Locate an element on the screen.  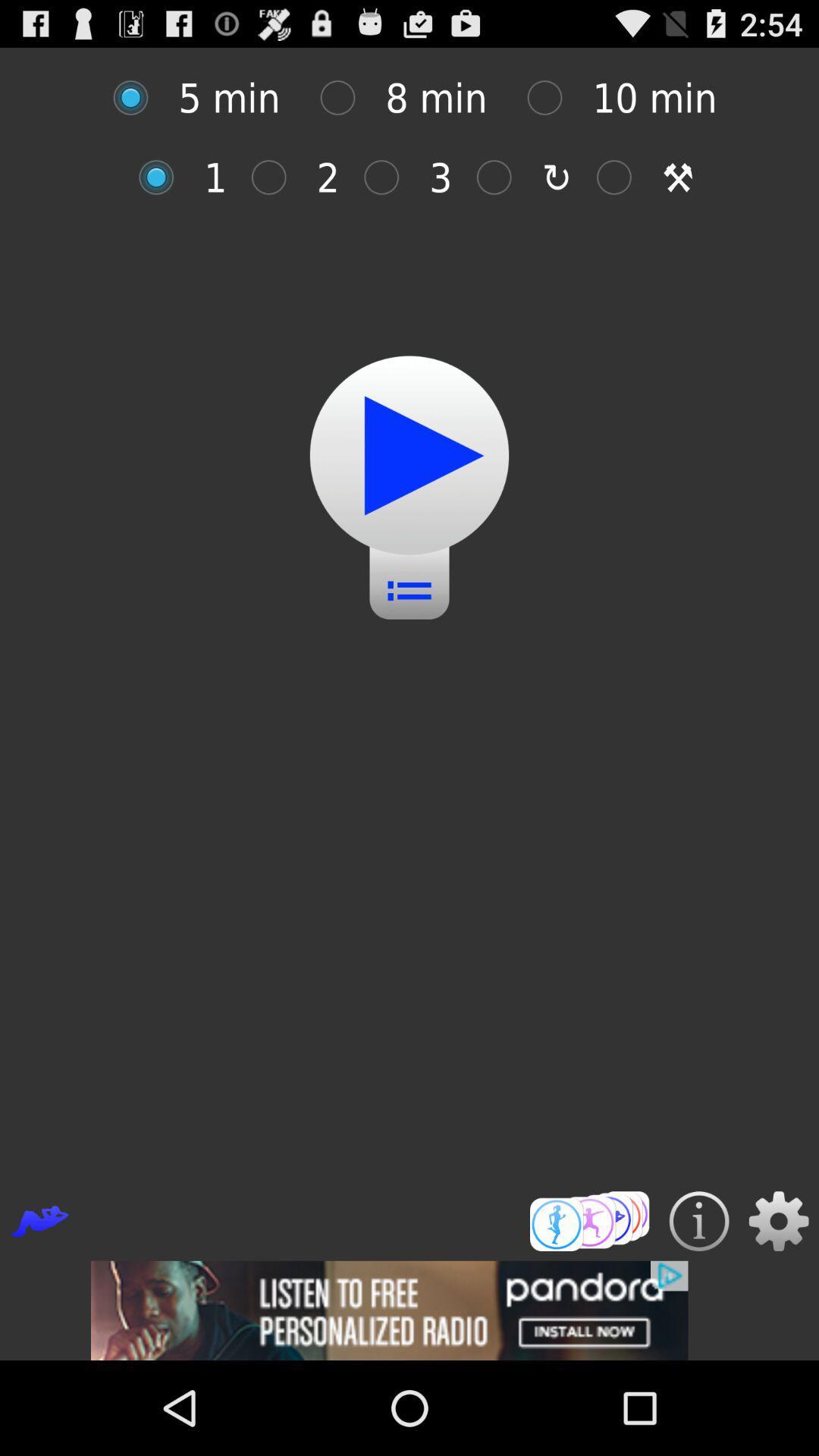
click the 3 option is located at coordinates (388, 177).